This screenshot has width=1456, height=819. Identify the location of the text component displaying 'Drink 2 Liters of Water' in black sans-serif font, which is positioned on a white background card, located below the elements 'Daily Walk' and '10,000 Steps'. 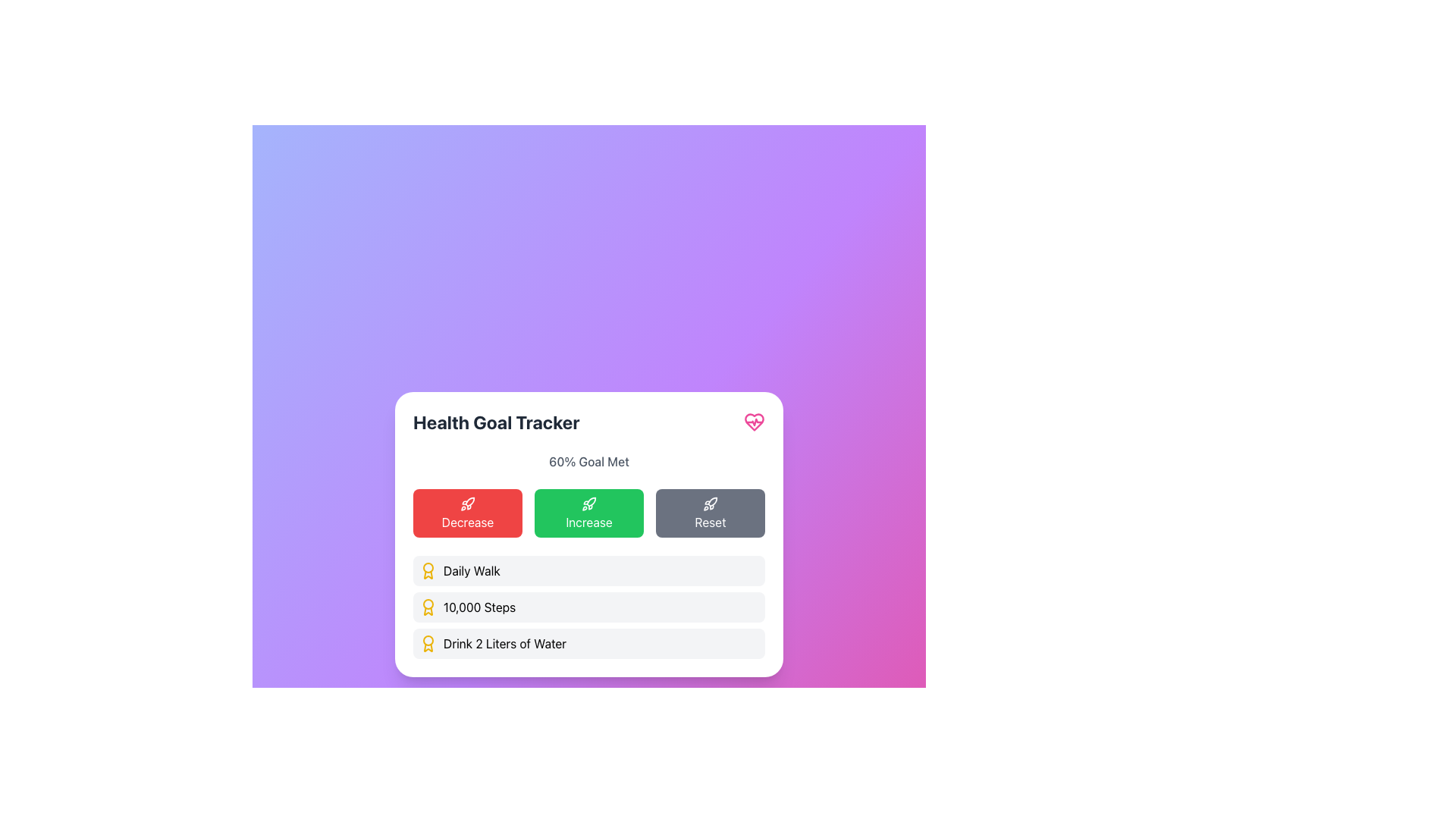
(505, 643).